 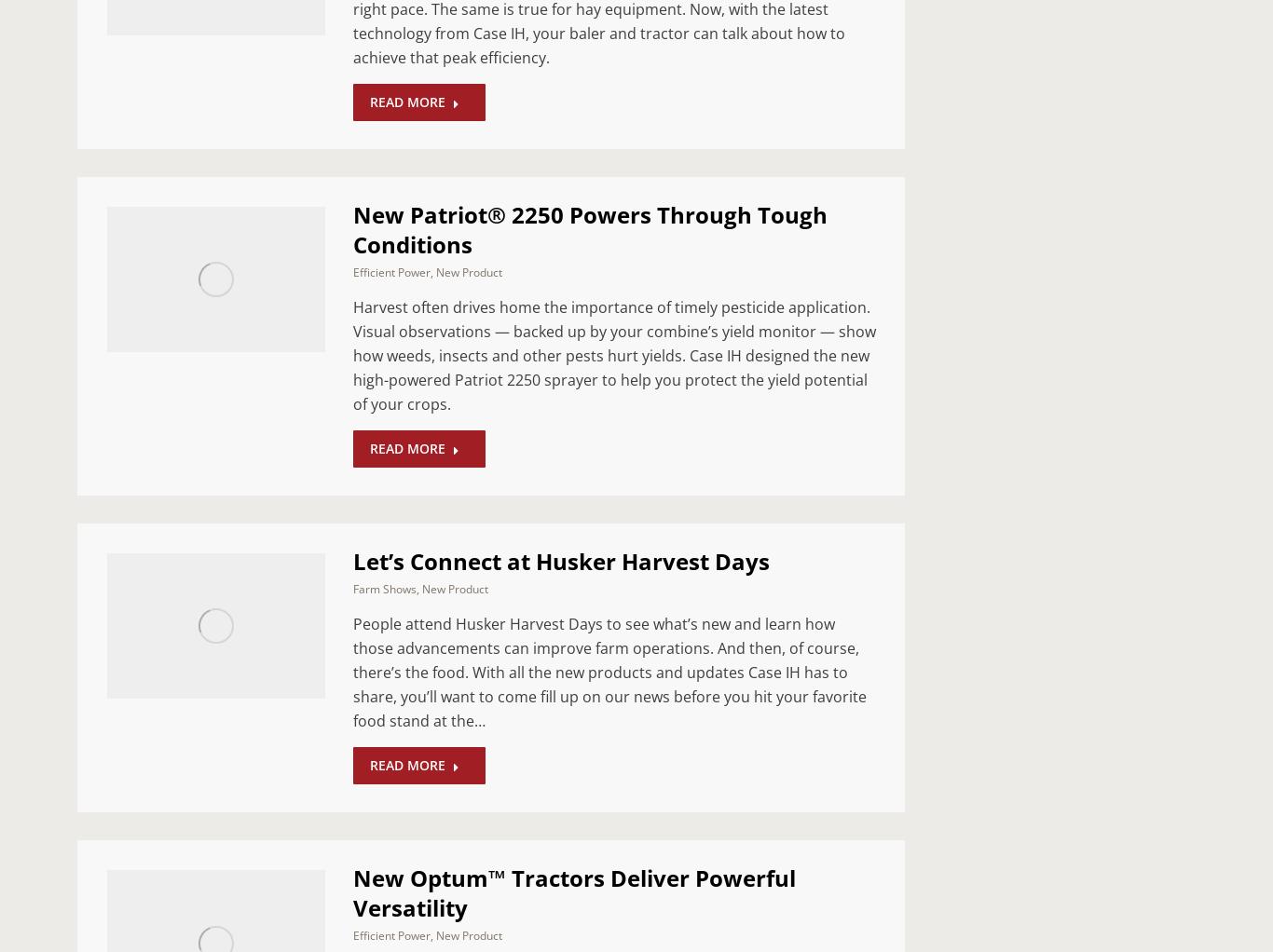 What do you see at coordinates (573, 891) in the screenshot?
I see `'New Optum™ Tractors Deliver Powerful Versatility'` at bounding box center [573, 891].